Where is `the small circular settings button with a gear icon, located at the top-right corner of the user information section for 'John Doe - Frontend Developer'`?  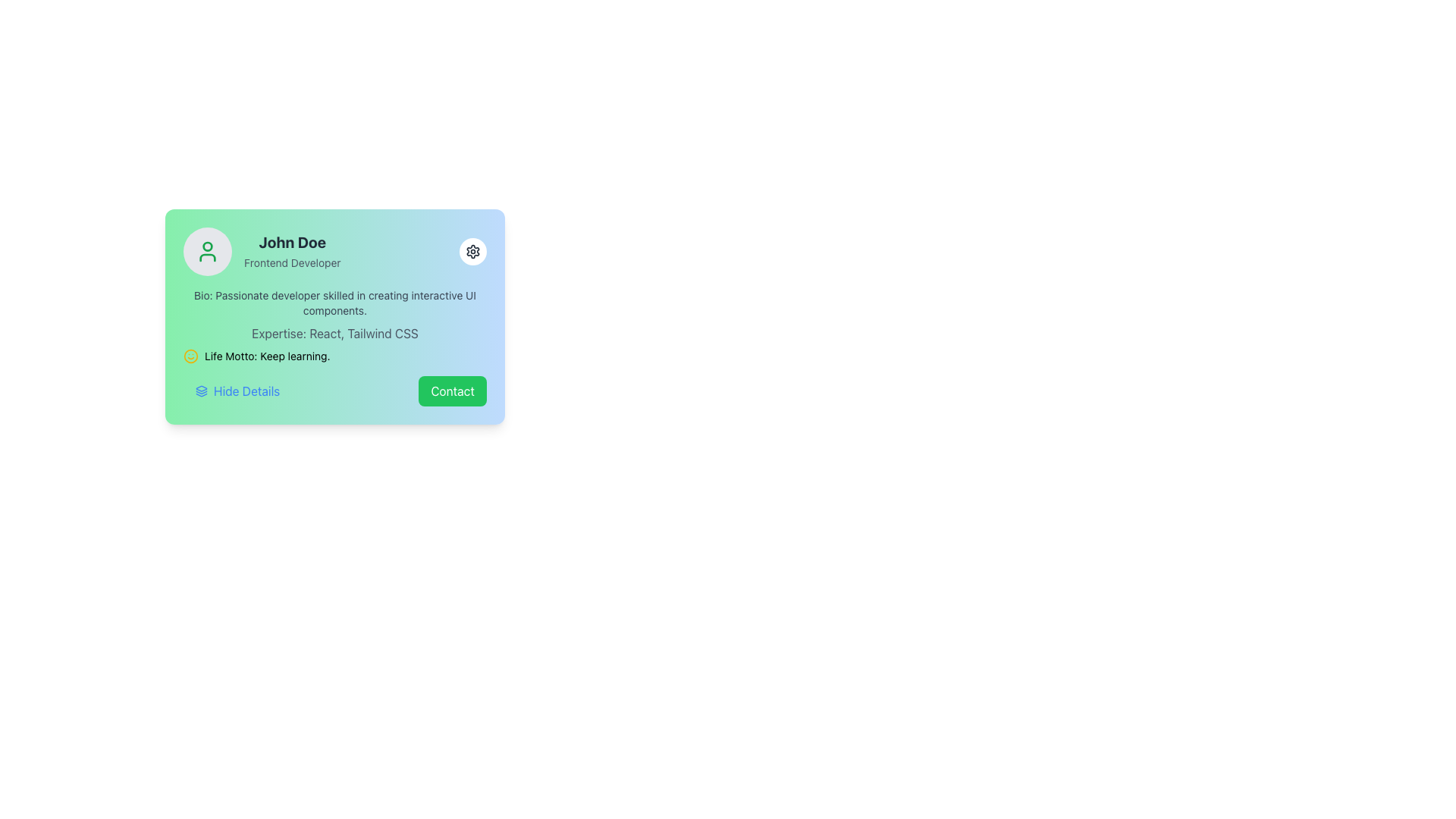 the small circular settings button with a gear icon, located at the top-right corner of the user information section for 'John Doe - Frontend Developer' is located at coordinates (472, 250).